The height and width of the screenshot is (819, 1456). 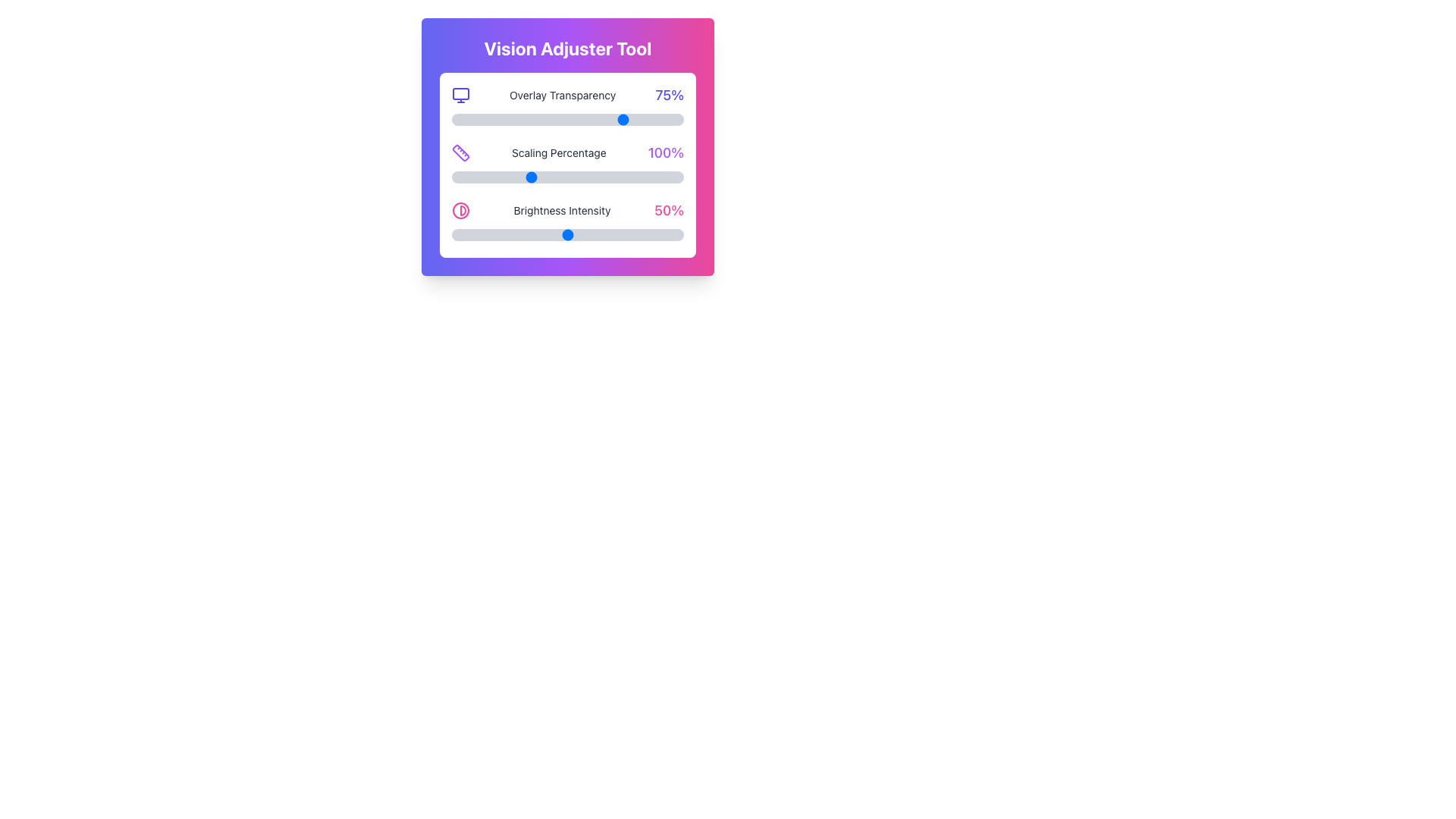 What do you see at coordinates (561, 210) in the screenshot?
I see `the 'Brightness Intensity' label that displays the text in dark-gray color, located within the brightness settings group` at bounding box center [561, 210].